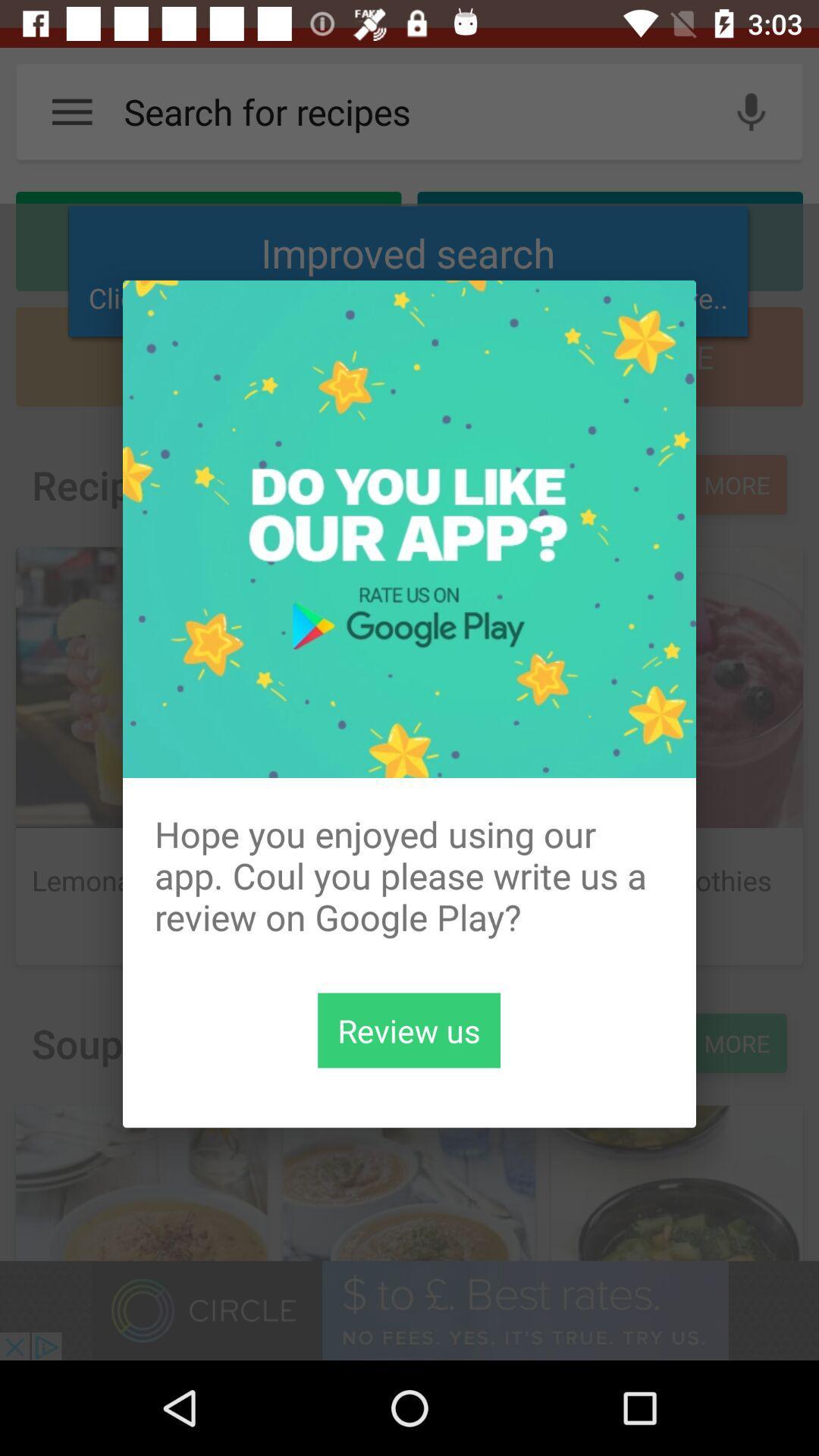  What do you see at coordinates (409, 529) in the screenshot?
I see `the icon above the hope you enjoyed icon` at bounding box center [409, 529].